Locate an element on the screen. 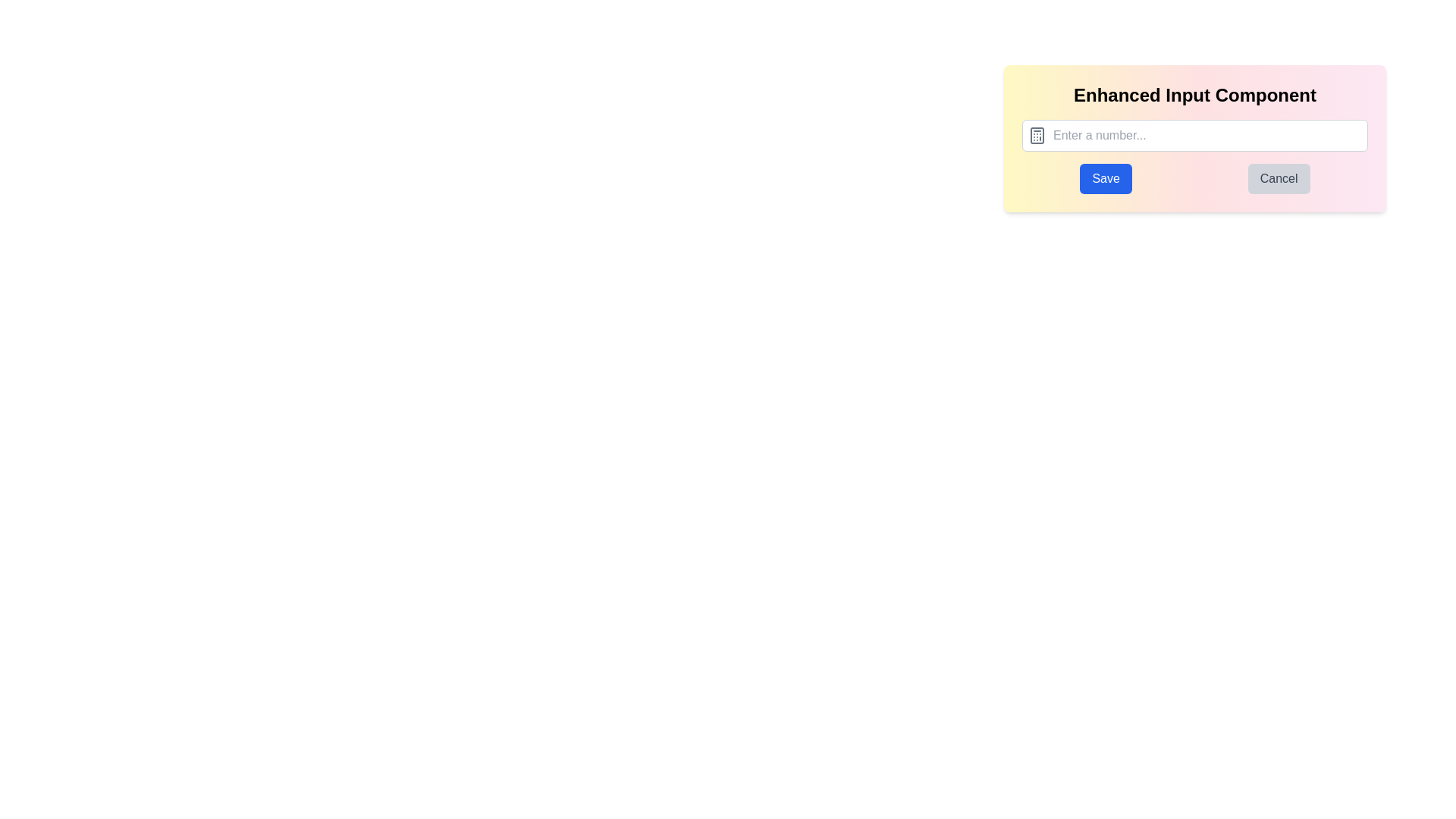 The width and height of the screenshot is (1456, 819). the numeric input field located below the 'Enhanced Input Component' headline and above the 'Save' and 'Cancel' buttons to bring up a context menu if available is located at coordinates (1194, 134).